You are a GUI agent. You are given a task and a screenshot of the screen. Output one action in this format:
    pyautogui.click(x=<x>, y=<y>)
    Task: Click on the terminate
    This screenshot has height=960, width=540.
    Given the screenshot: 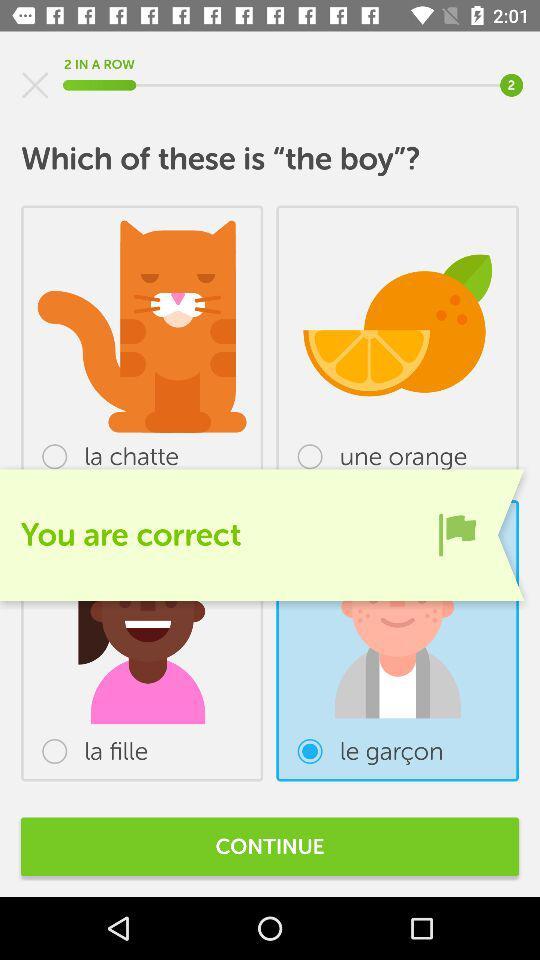 What is the action you would take?
    pyautogui.click(x=35, y=85)
    